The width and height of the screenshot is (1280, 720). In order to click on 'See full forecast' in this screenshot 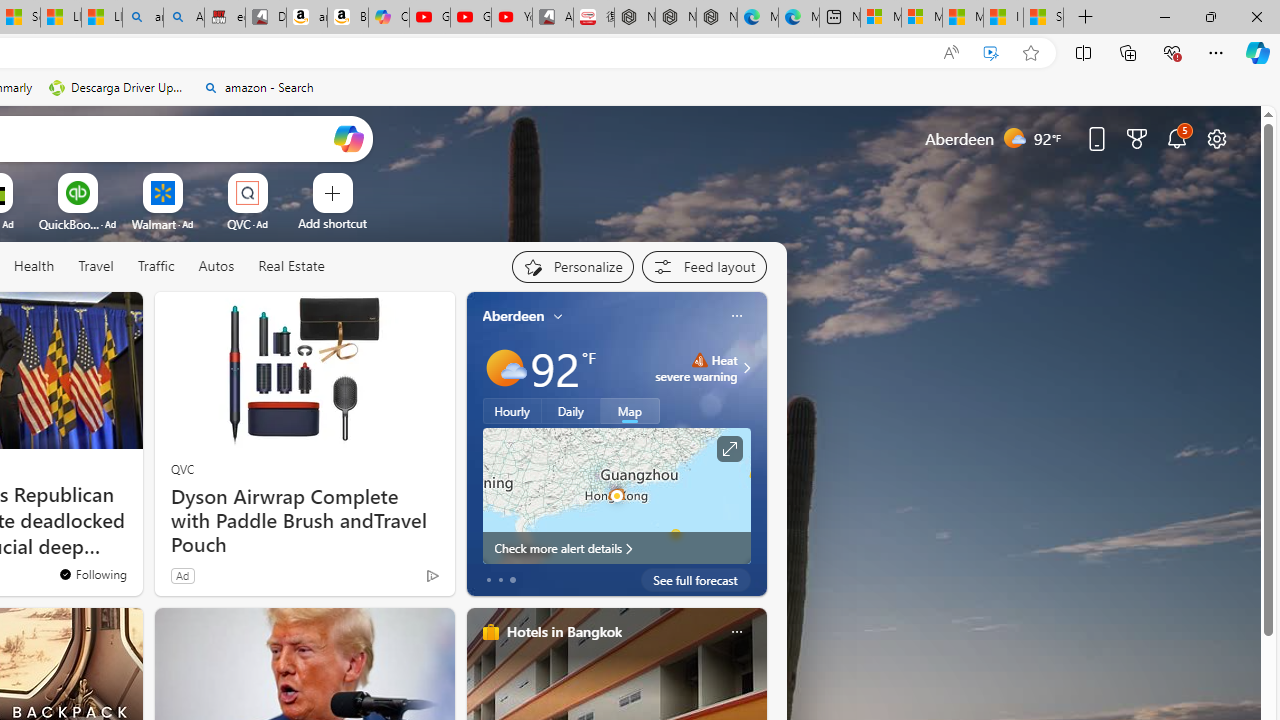, I will do `click(695, 579)`.